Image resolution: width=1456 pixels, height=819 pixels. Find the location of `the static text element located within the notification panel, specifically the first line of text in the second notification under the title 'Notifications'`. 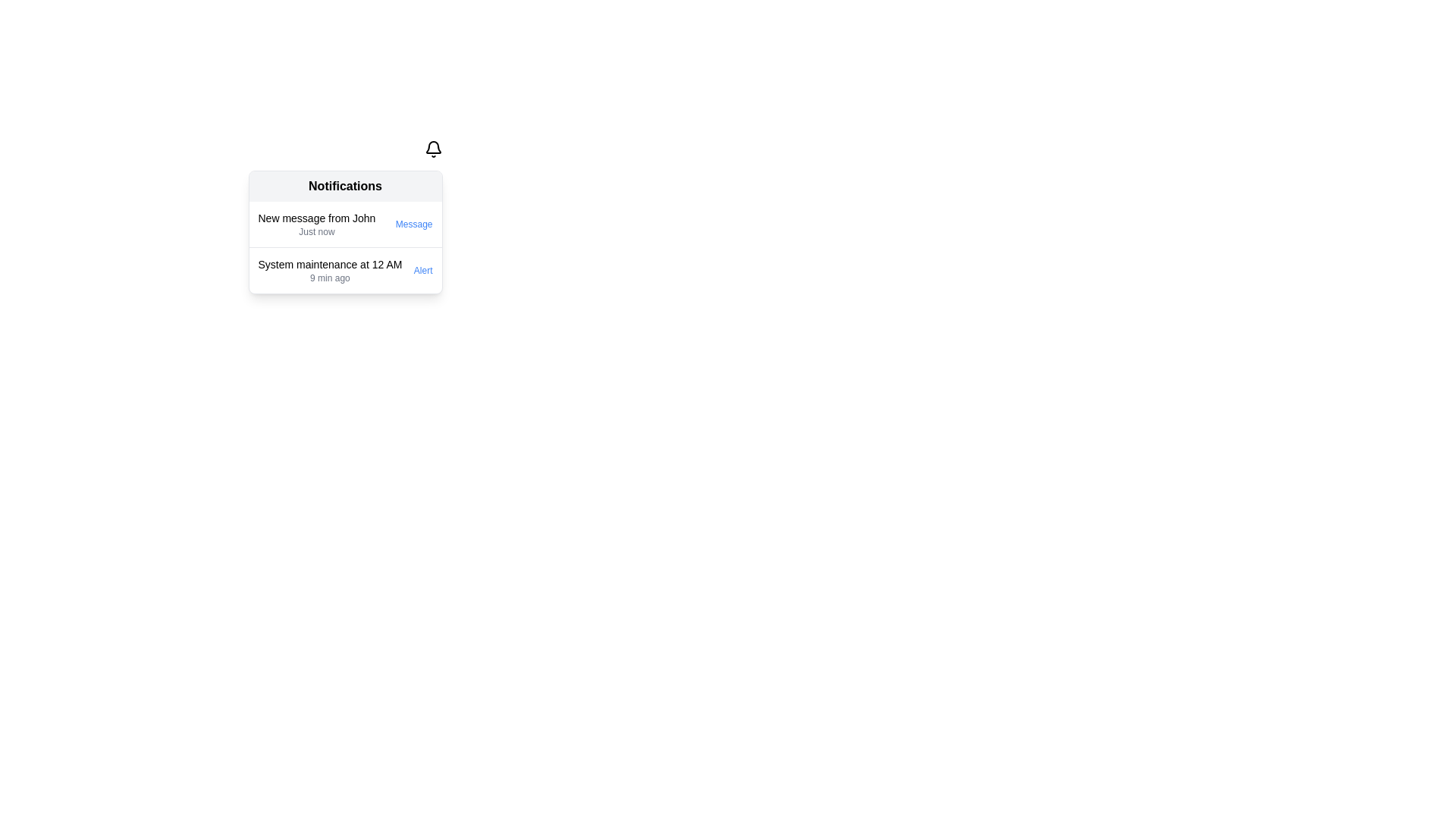

the static text element located within the notification panel, specifically the first line of text in the second notification under the title 'Notifications' is located at coordinates (329, 263).